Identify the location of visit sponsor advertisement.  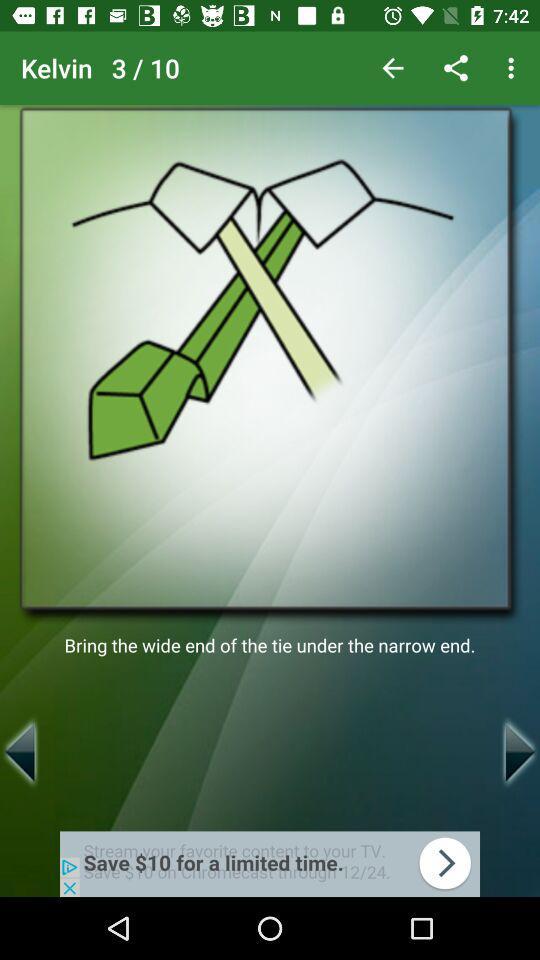
(270, 863).